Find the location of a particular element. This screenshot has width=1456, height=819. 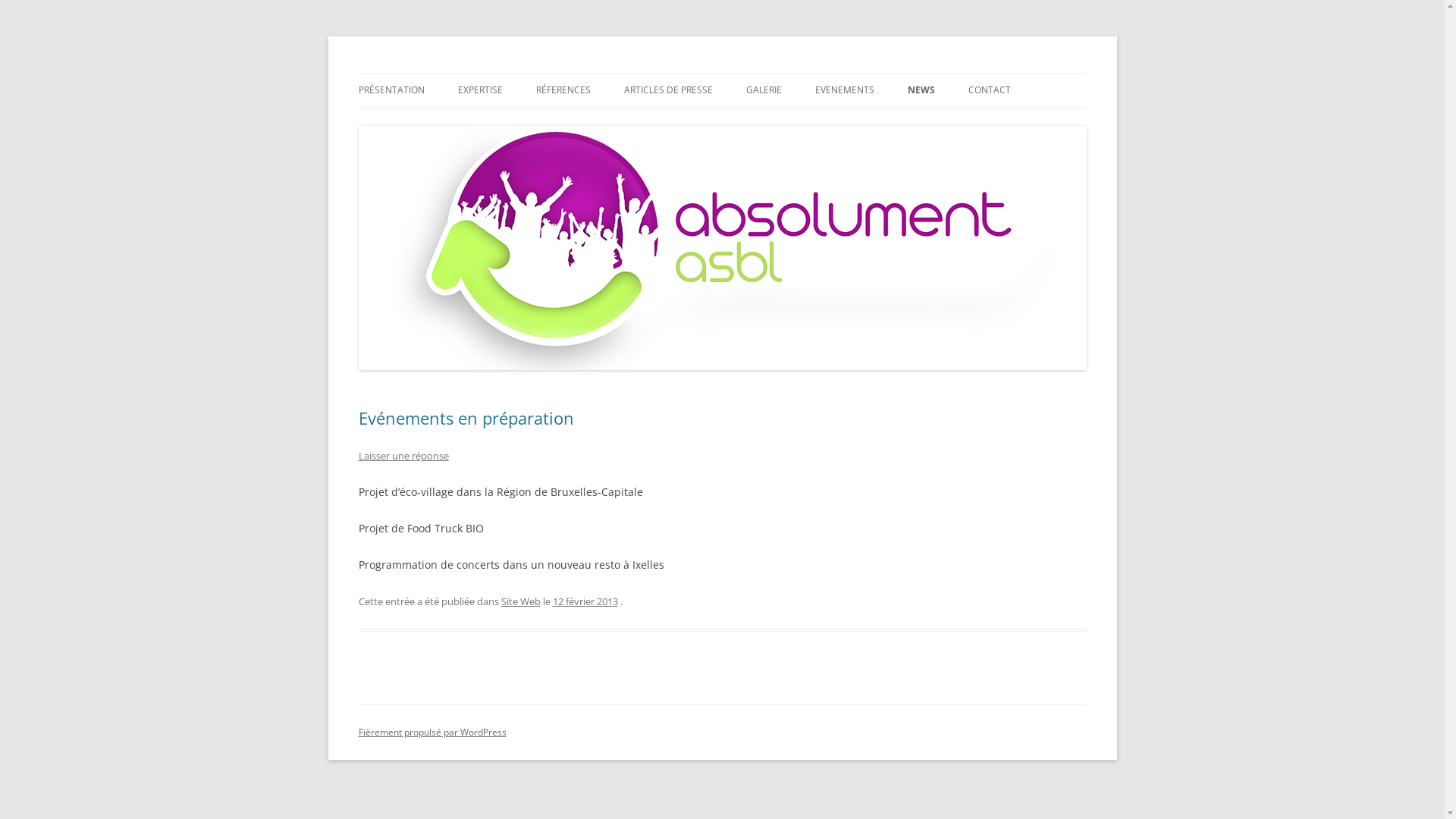

'GALERIE' is located at coordinates (764, 90).